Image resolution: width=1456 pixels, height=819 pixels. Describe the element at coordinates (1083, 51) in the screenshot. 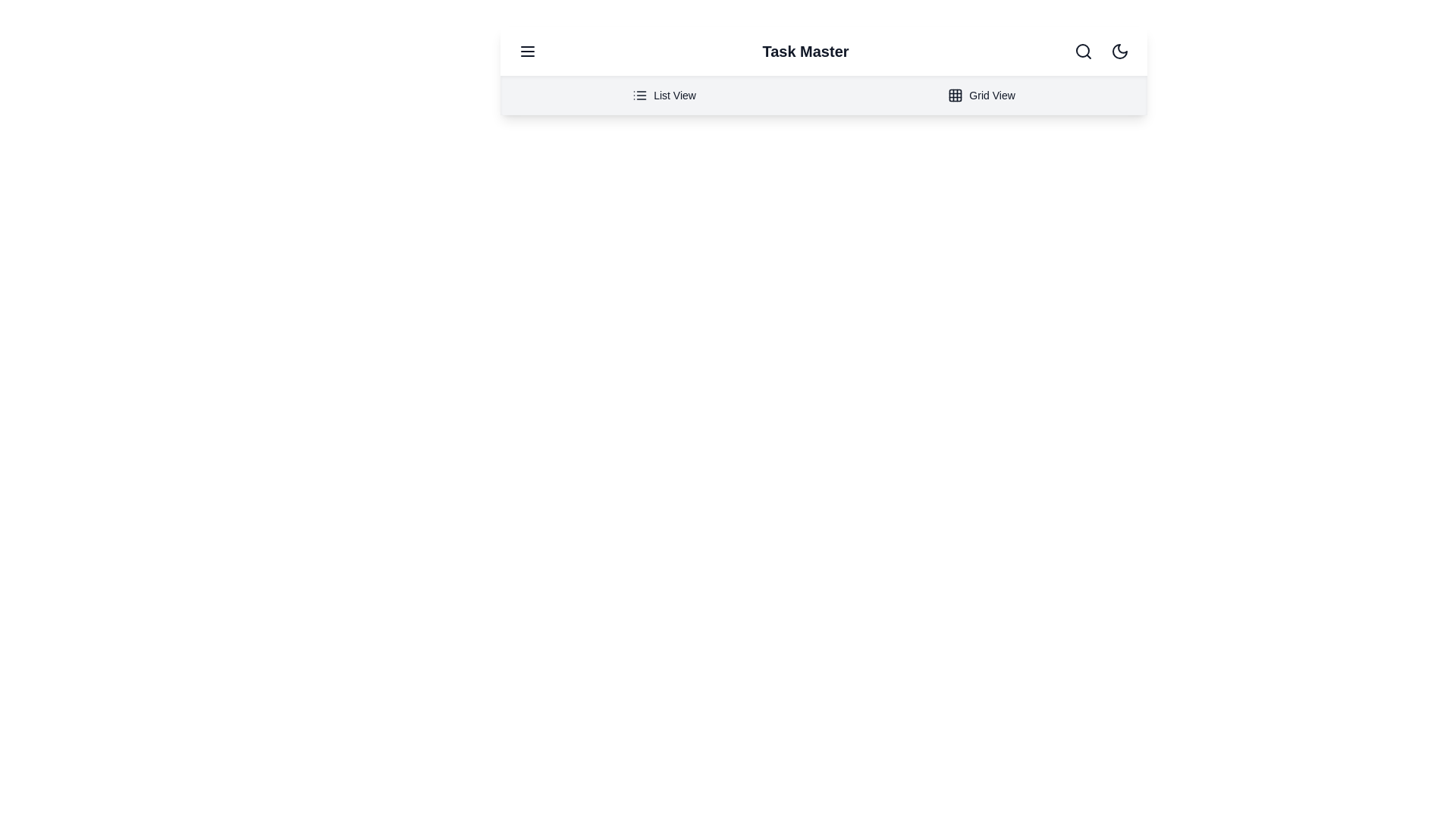

I see `the search icon to access the search functionality` at that location.